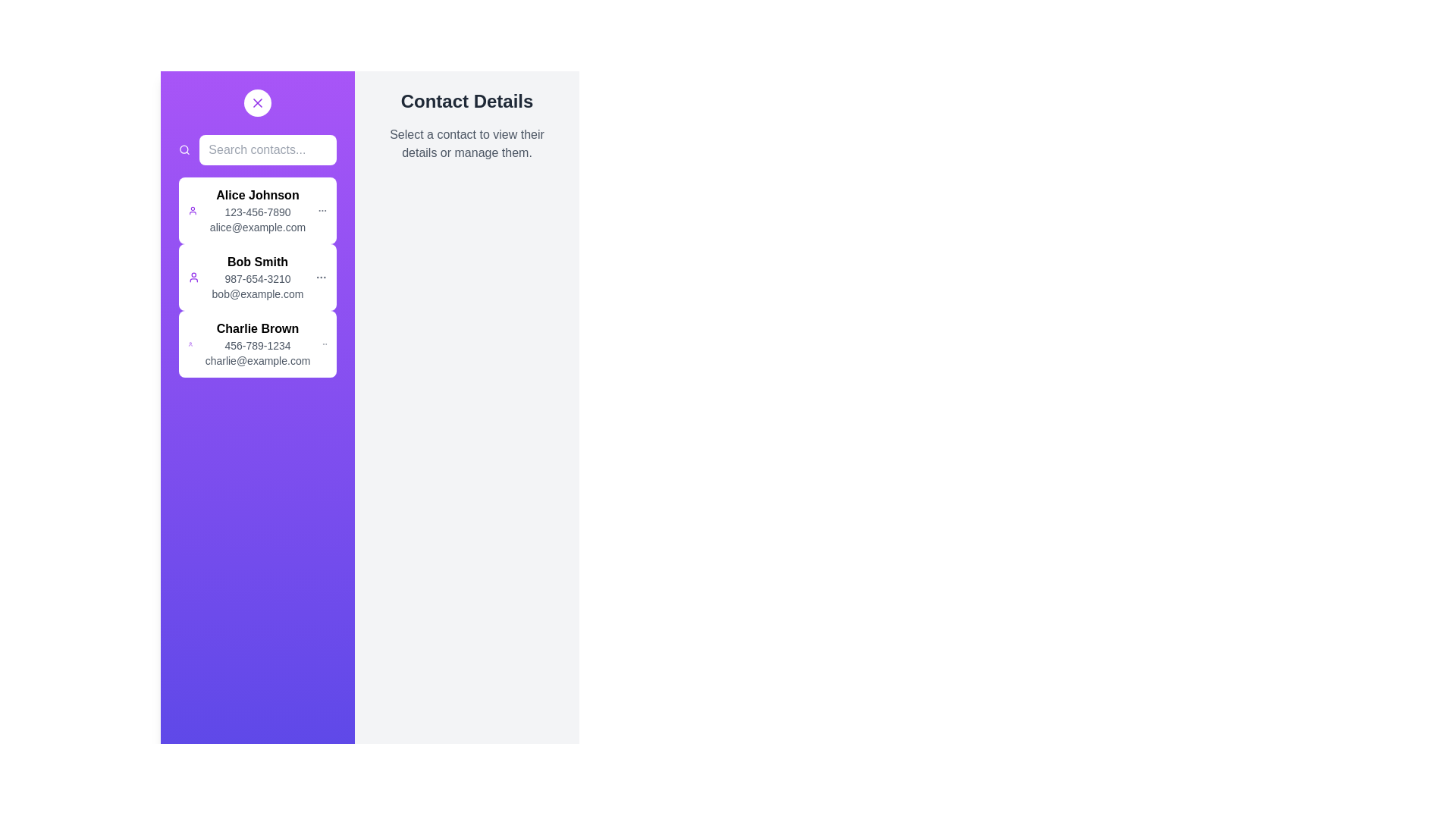  I want to click on the options menu (ellipsis icon) for the contact Charlie Brown, so click(323, 344).